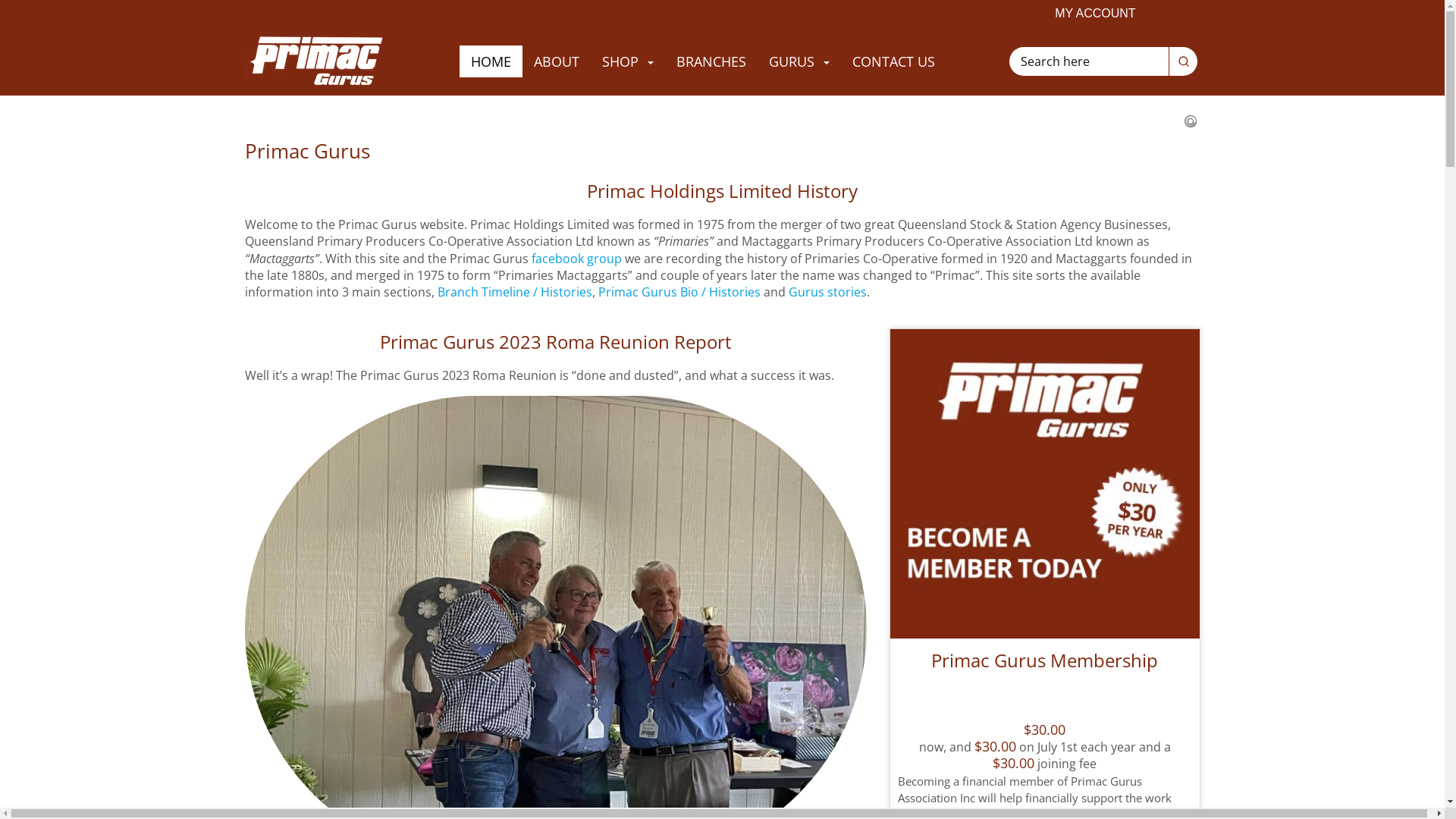 The image size is (1456, 819). What do you see at coordinates (893, 61) in the screenshot?
I see `'CONTACT US'` at bounding box center [893, 61].